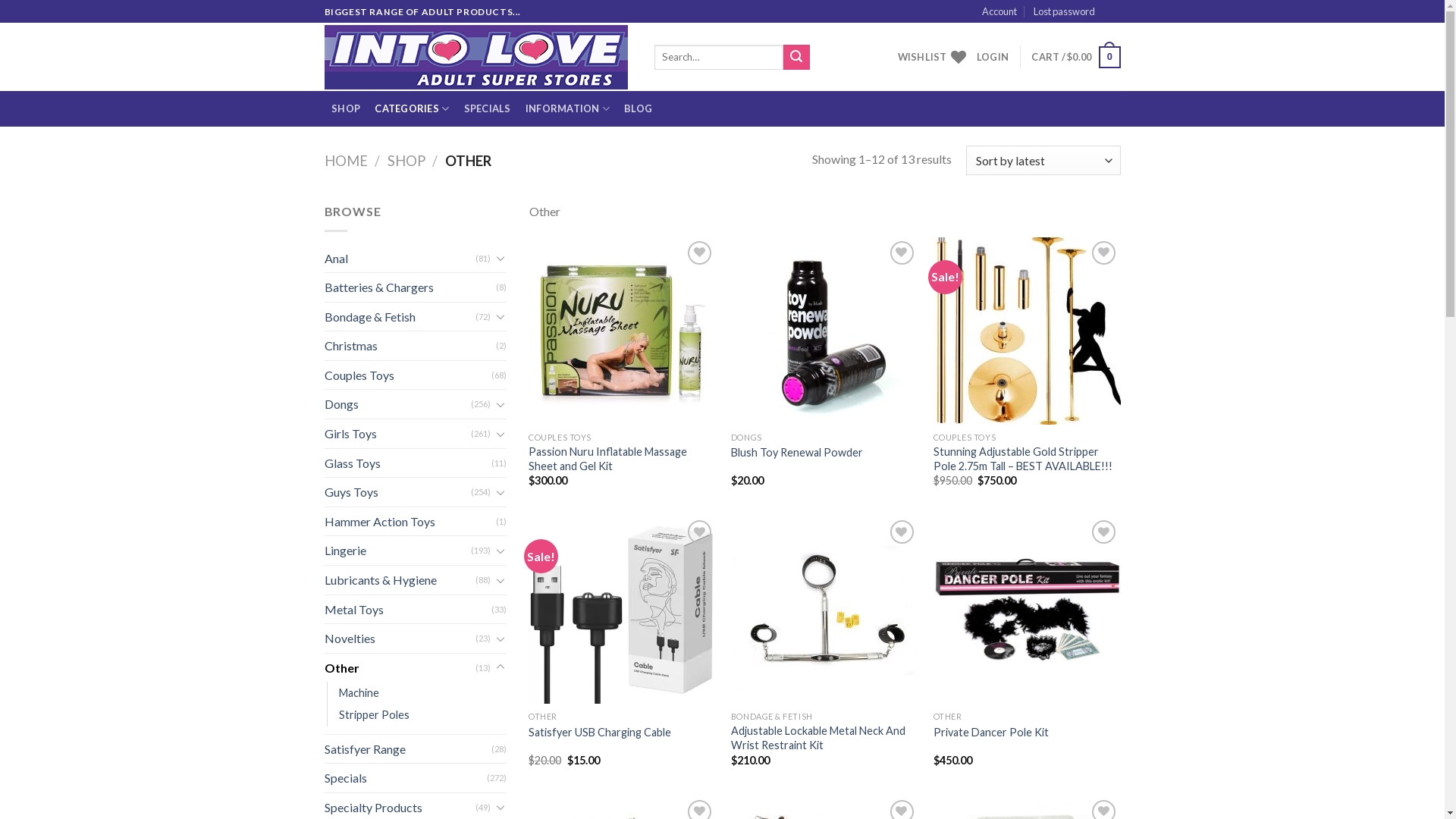  Describe the element at coordinates (397, 433) in the screenshot. I see `'Girls Toys'` at that location.